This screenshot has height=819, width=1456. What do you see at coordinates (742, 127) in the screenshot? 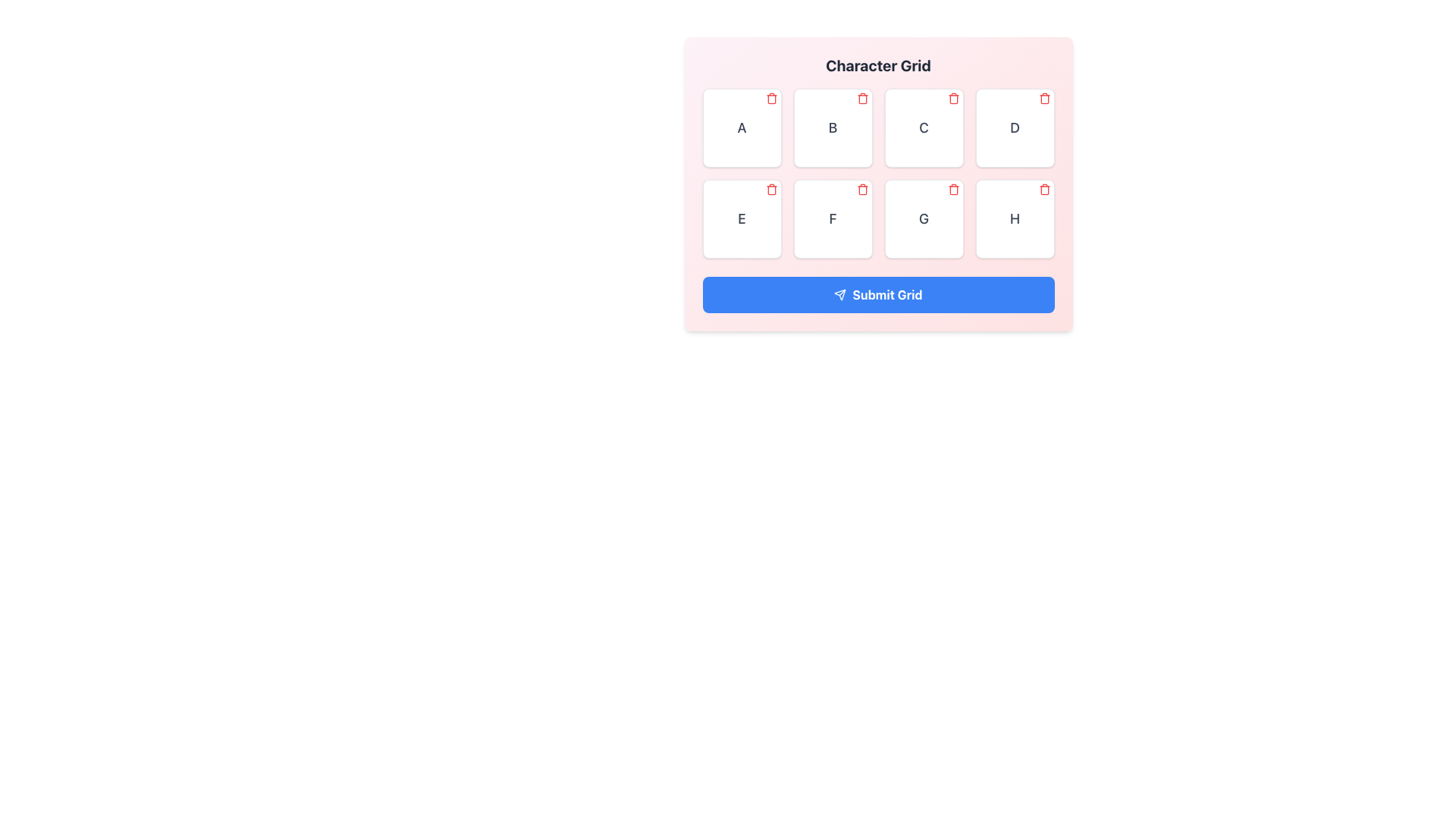
I see `the grid item representing the letter 'A' located at the top-left corner of the grid` at bounding box center [742, 127].